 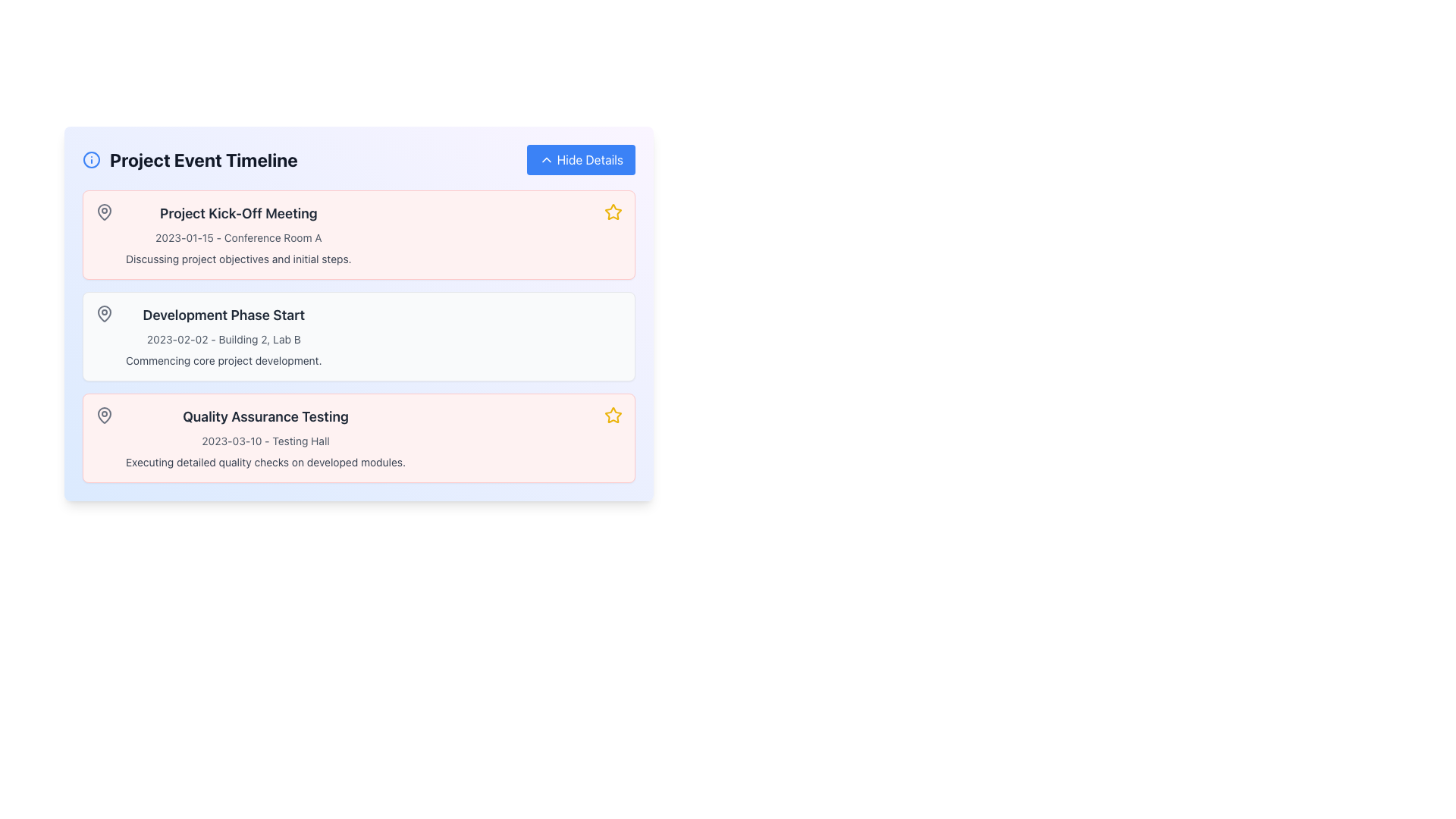 What do you see at coordinates (202, 160) in the screenshot?
I see `the text label reading 'Project Event Timeline' which is bold and large, centrally located at the top of the interface, adjacent to a blue icon and a blue button` at bounding box center [202, 160].